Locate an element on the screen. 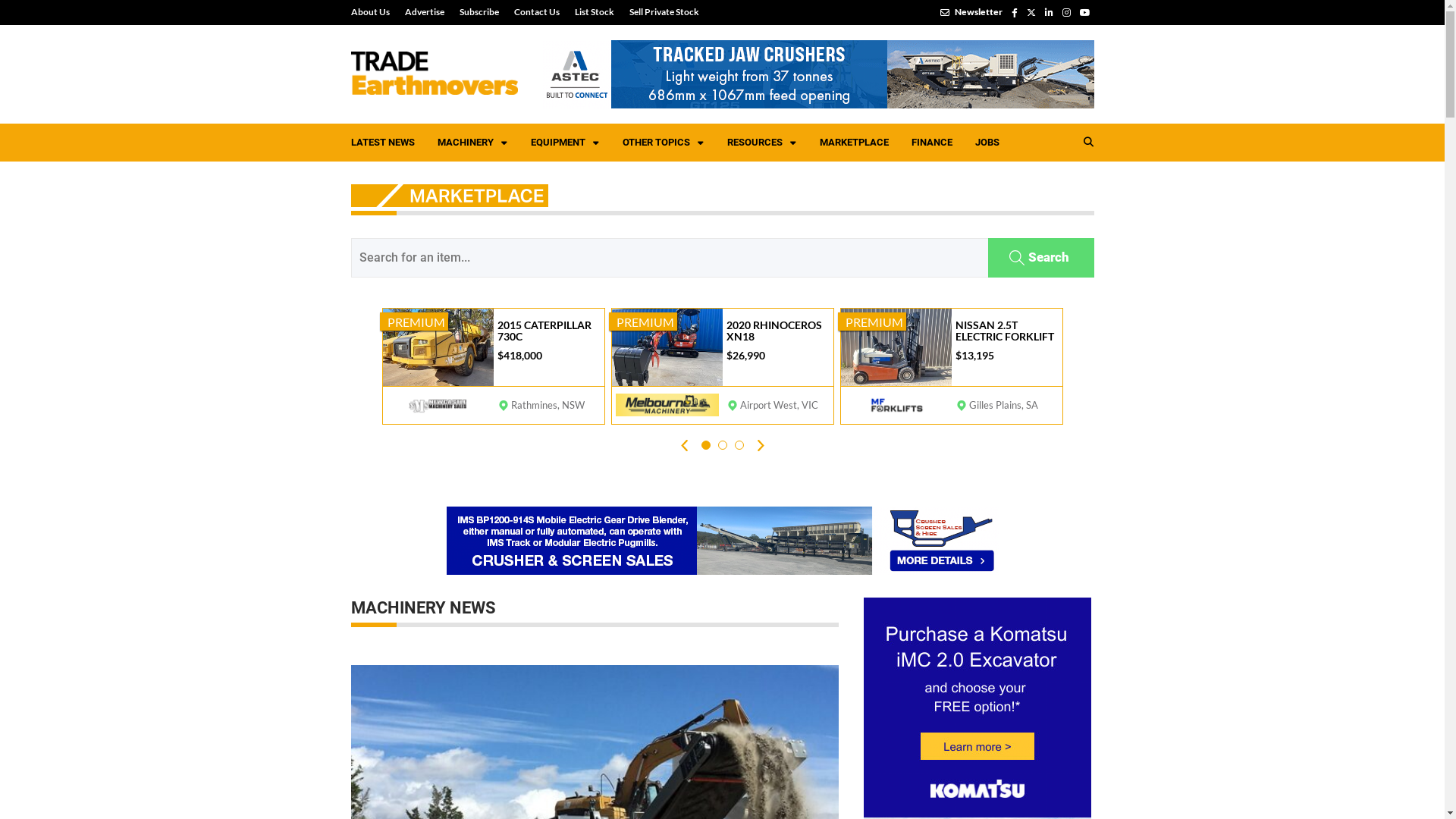  'LATEST NEWS' is located at coordinates (338, 143).